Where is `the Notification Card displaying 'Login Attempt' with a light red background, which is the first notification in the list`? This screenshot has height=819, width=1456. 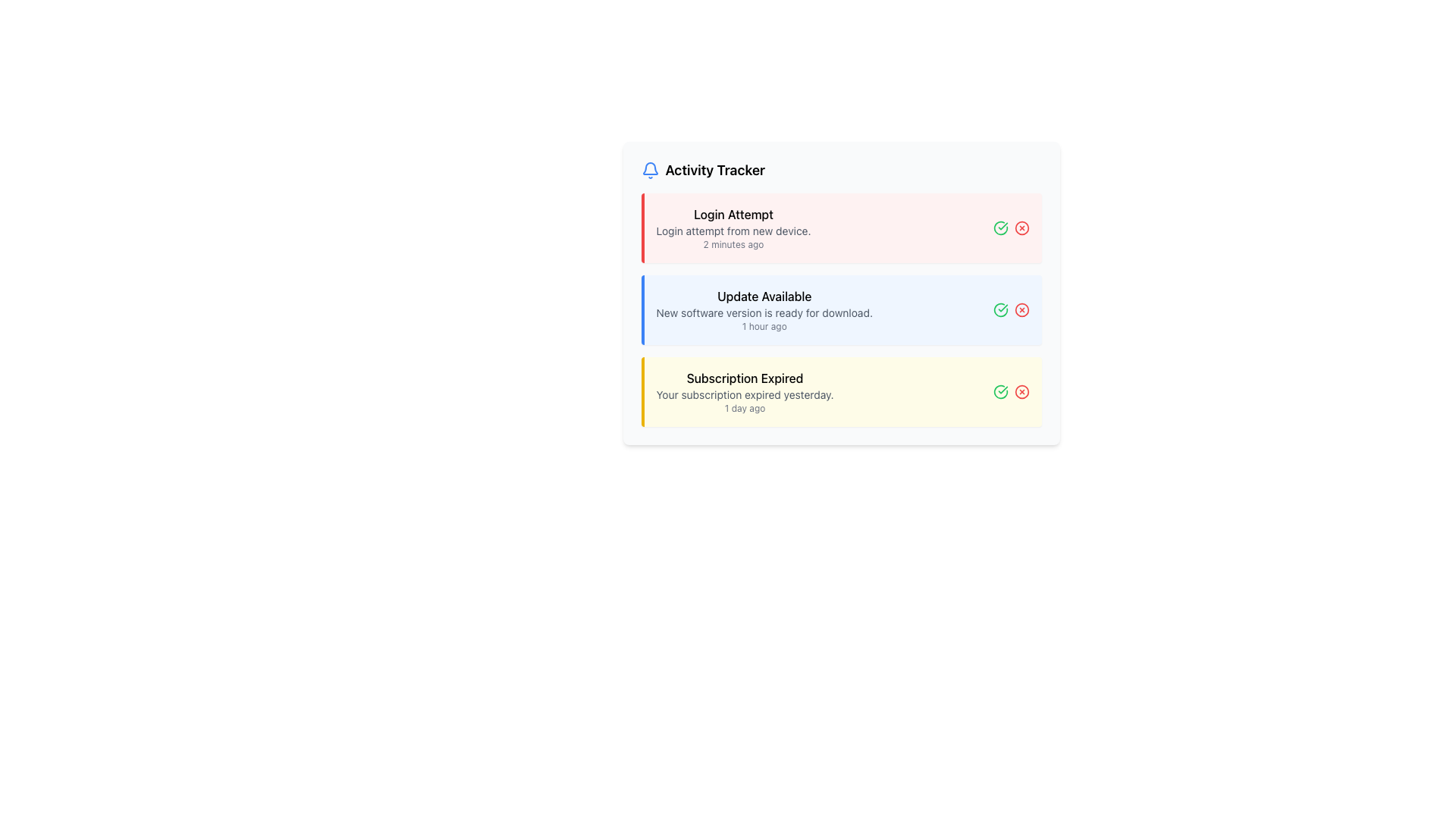 the Notification Card displaying 'Login Attempt' with a light red background, which is the first notification in the list is located at coordinates (733, 227).